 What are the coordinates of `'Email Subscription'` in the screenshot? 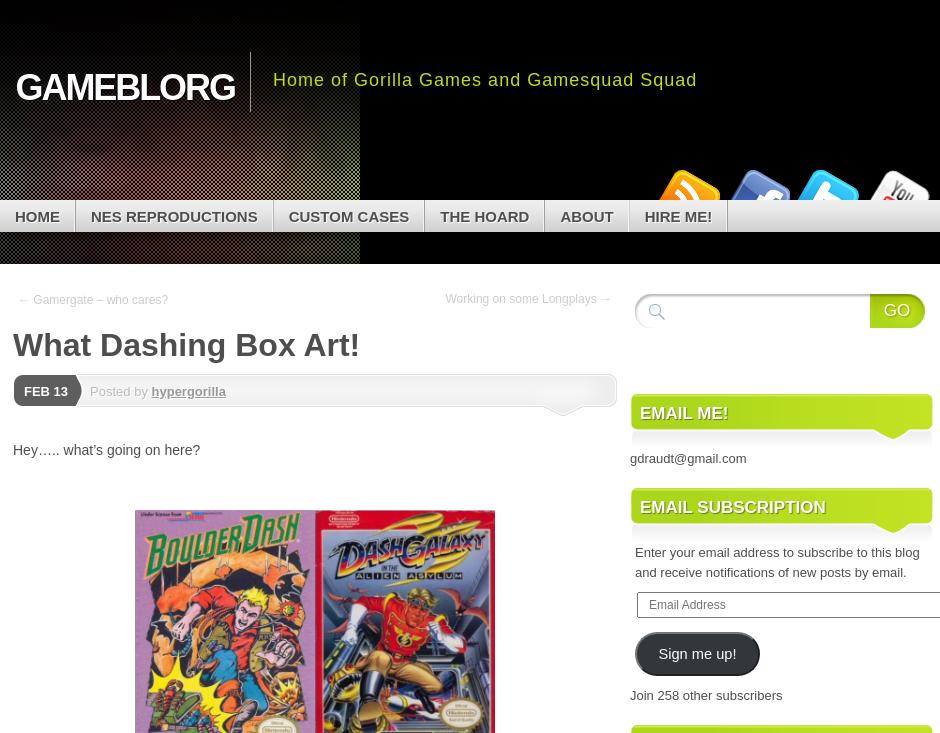 It's located at (640, 506).